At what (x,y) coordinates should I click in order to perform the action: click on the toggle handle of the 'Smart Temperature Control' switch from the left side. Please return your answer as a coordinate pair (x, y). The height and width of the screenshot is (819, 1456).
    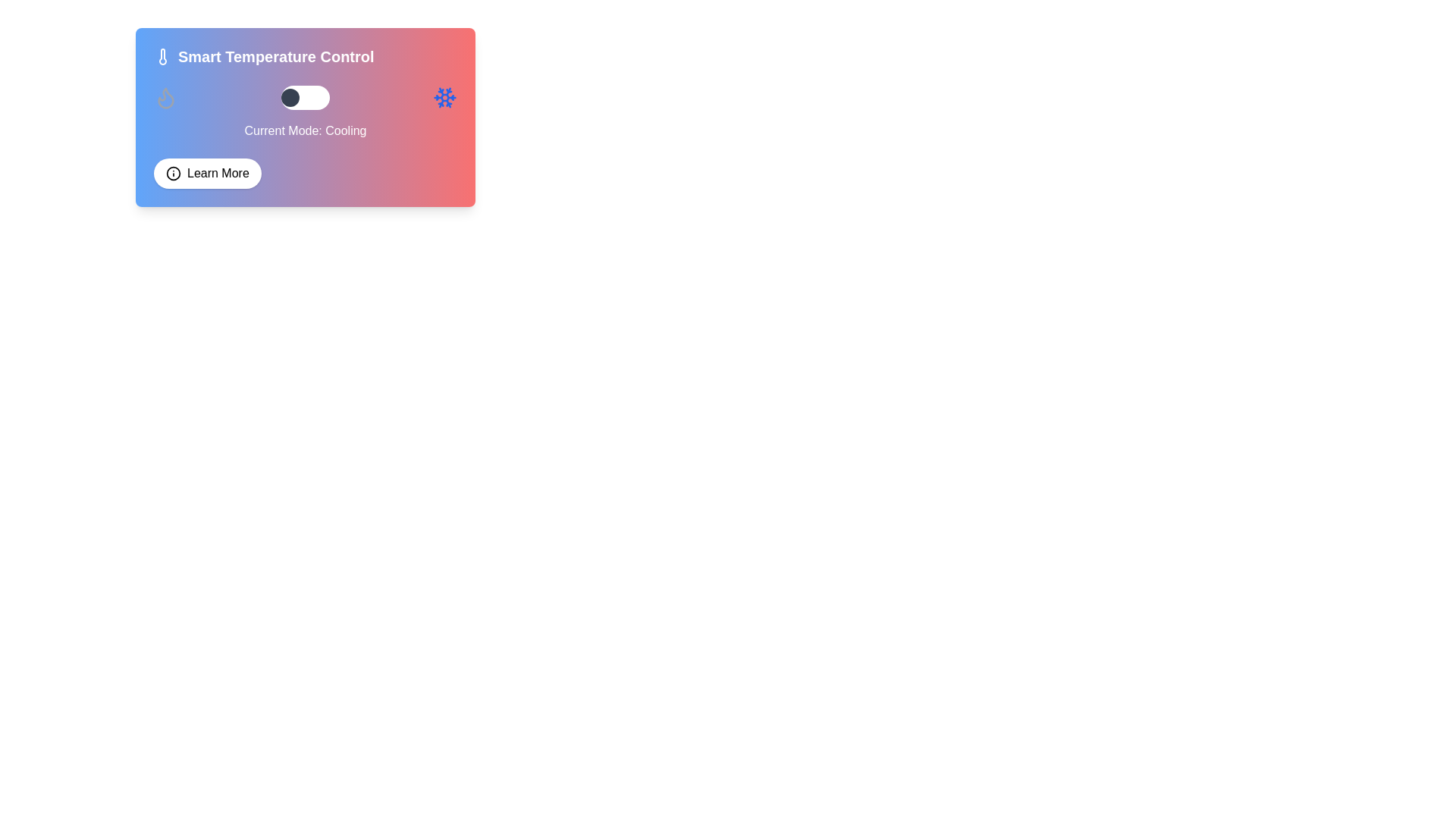
    Looking at the image, I should click on (290, 97).